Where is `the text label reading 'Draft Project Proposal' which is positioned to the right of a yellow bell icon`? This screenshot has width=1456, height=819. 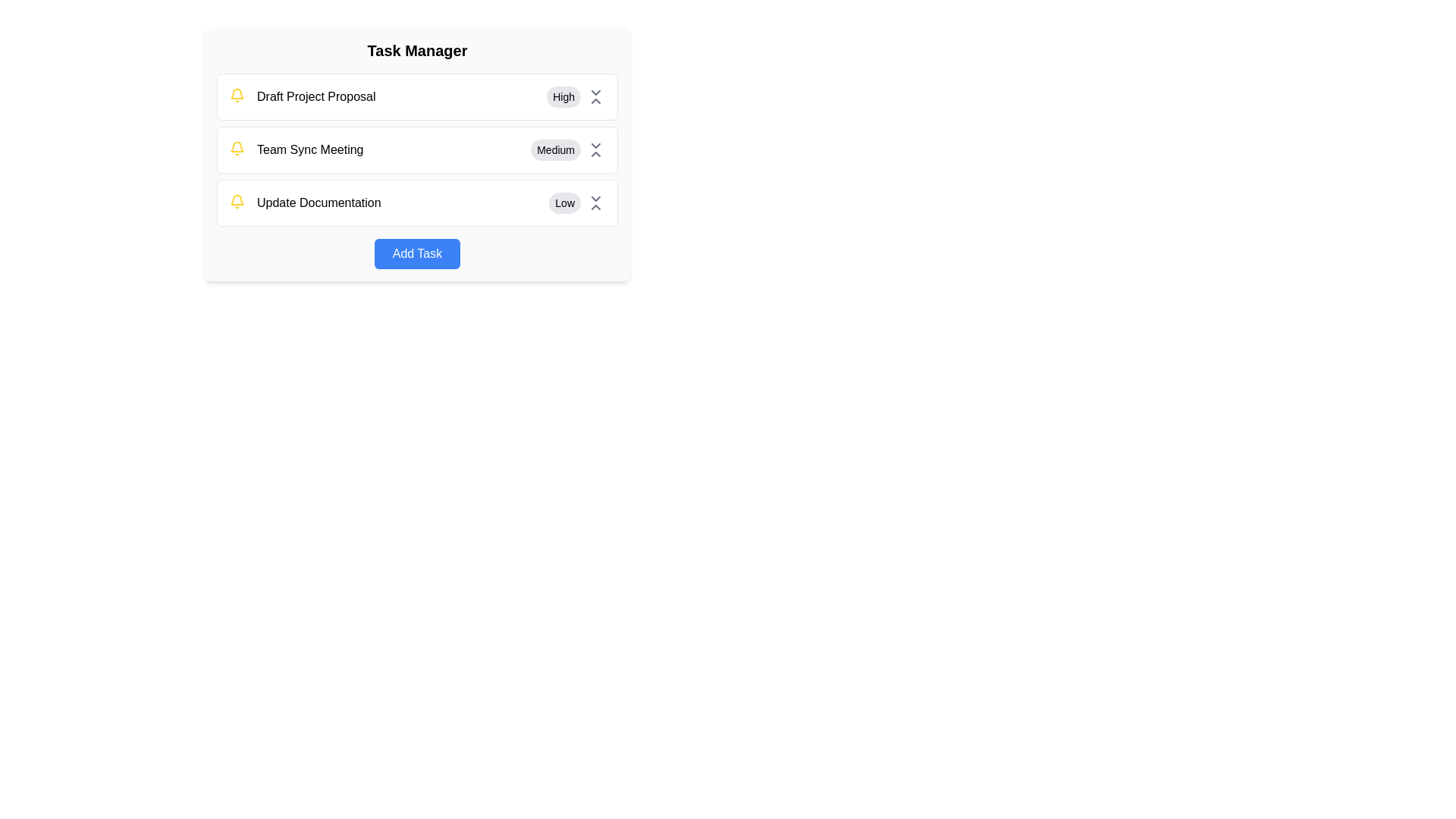
the text label reading 'Draft Project Proposal' which is positioned to the right of a yellow bell icon is located at coordinates (303, 96).